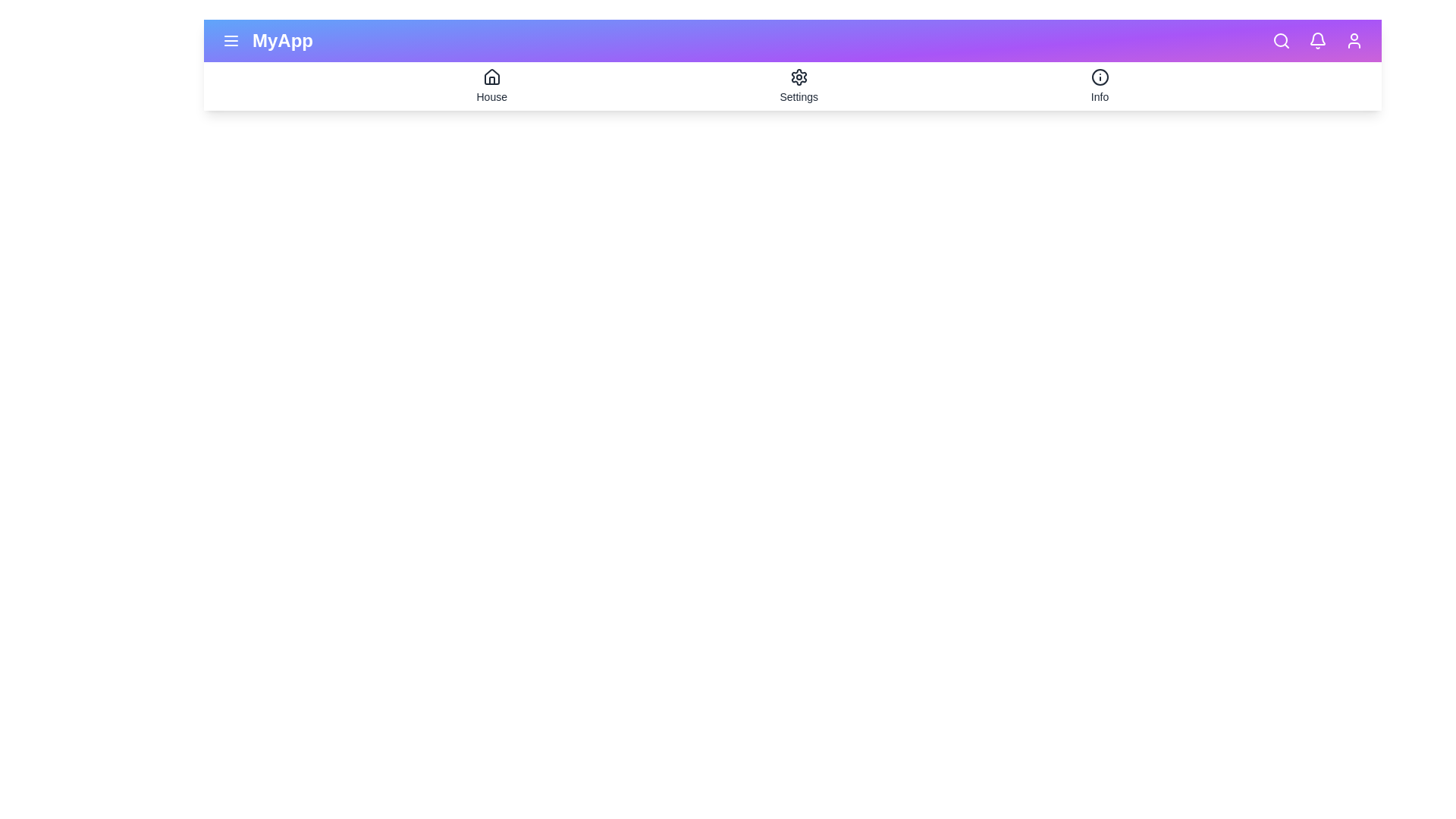  What do you see at coordinates (1280, 40) in the screenshot?
I see `the icon search to preview its interaction` at bounding box center [1280, 40].